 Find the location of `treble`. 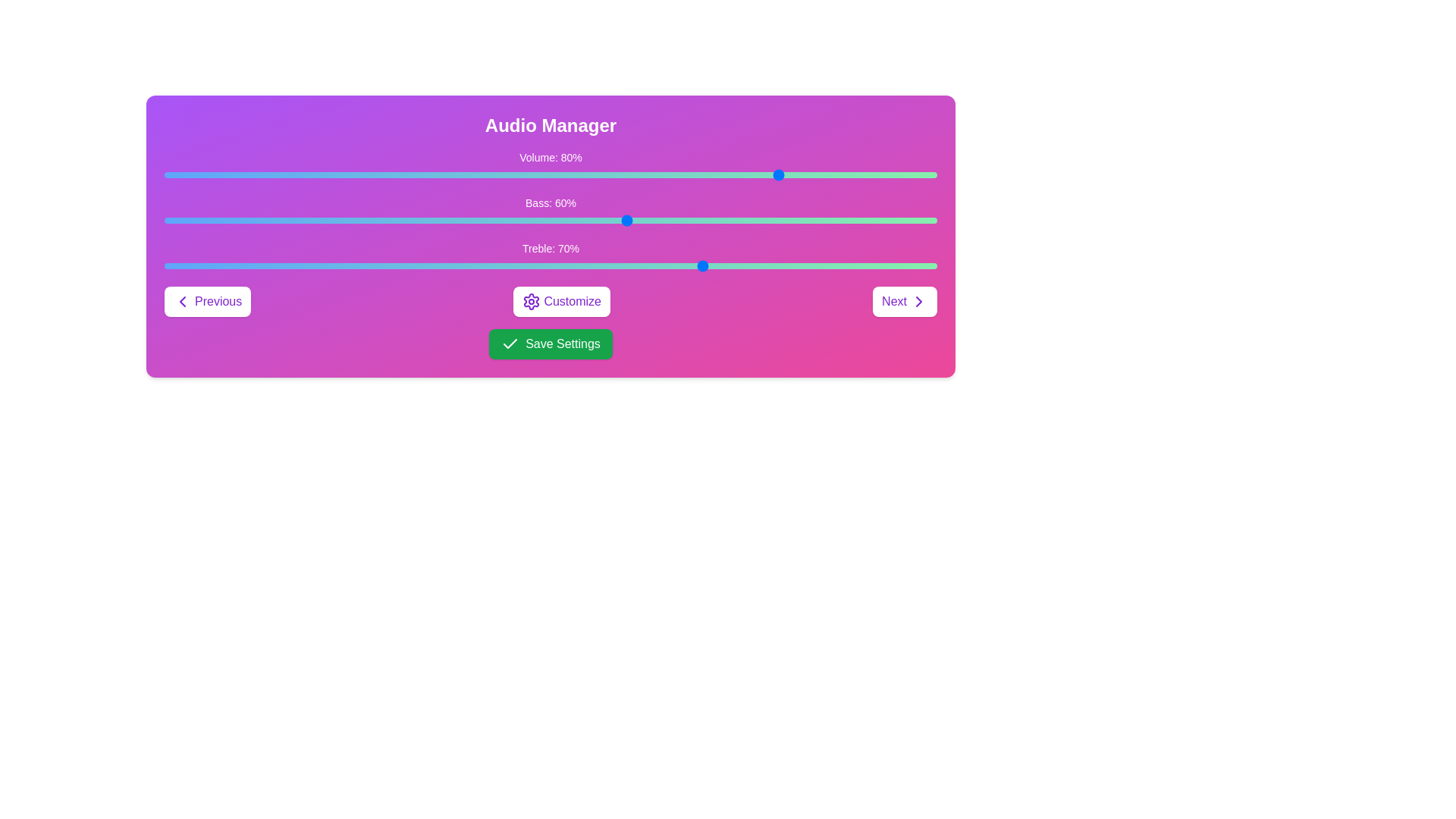

treble is located at coordinates (334, 265).